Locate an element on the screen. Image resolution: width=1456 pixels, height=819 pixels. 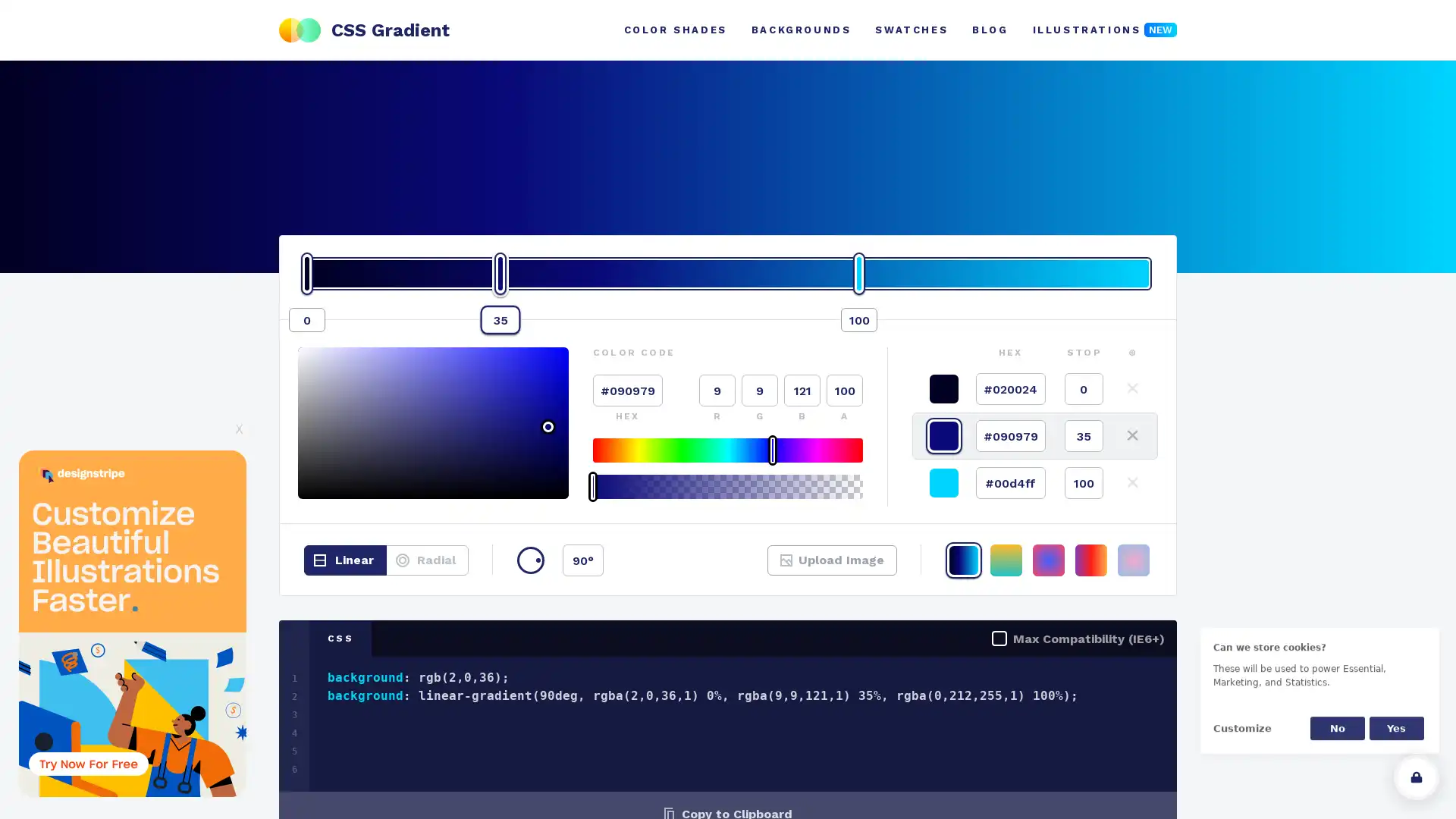
Linear is located at coordinates (344, 560).